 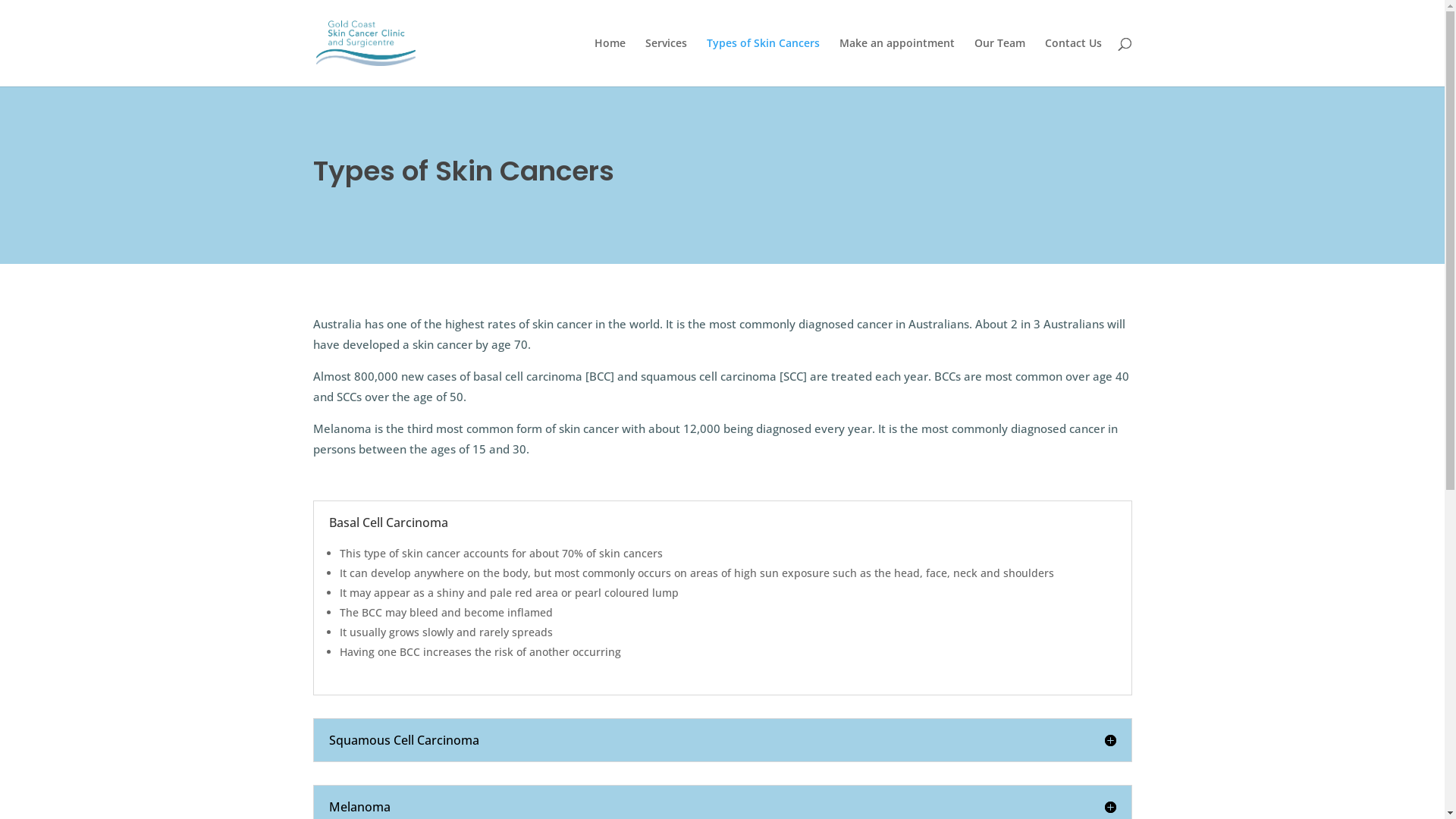 What do you see at coordinates (896, 61) in the screenshot?
I see `'Make an appointment'` at bounding box center [896, 61].